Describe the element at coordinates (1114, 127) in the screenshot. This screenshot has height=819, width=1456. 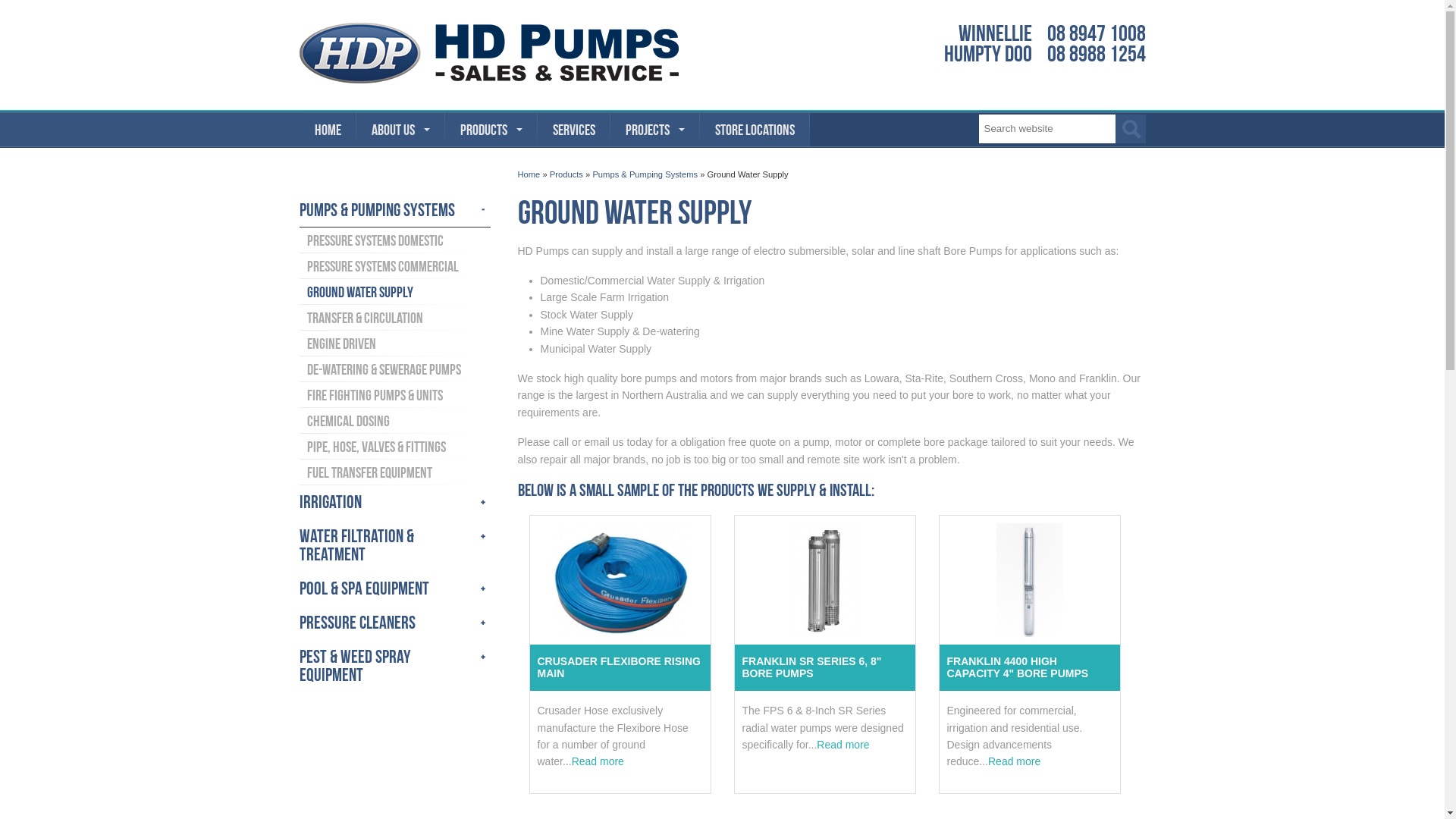
I see `'Search'` at that location.